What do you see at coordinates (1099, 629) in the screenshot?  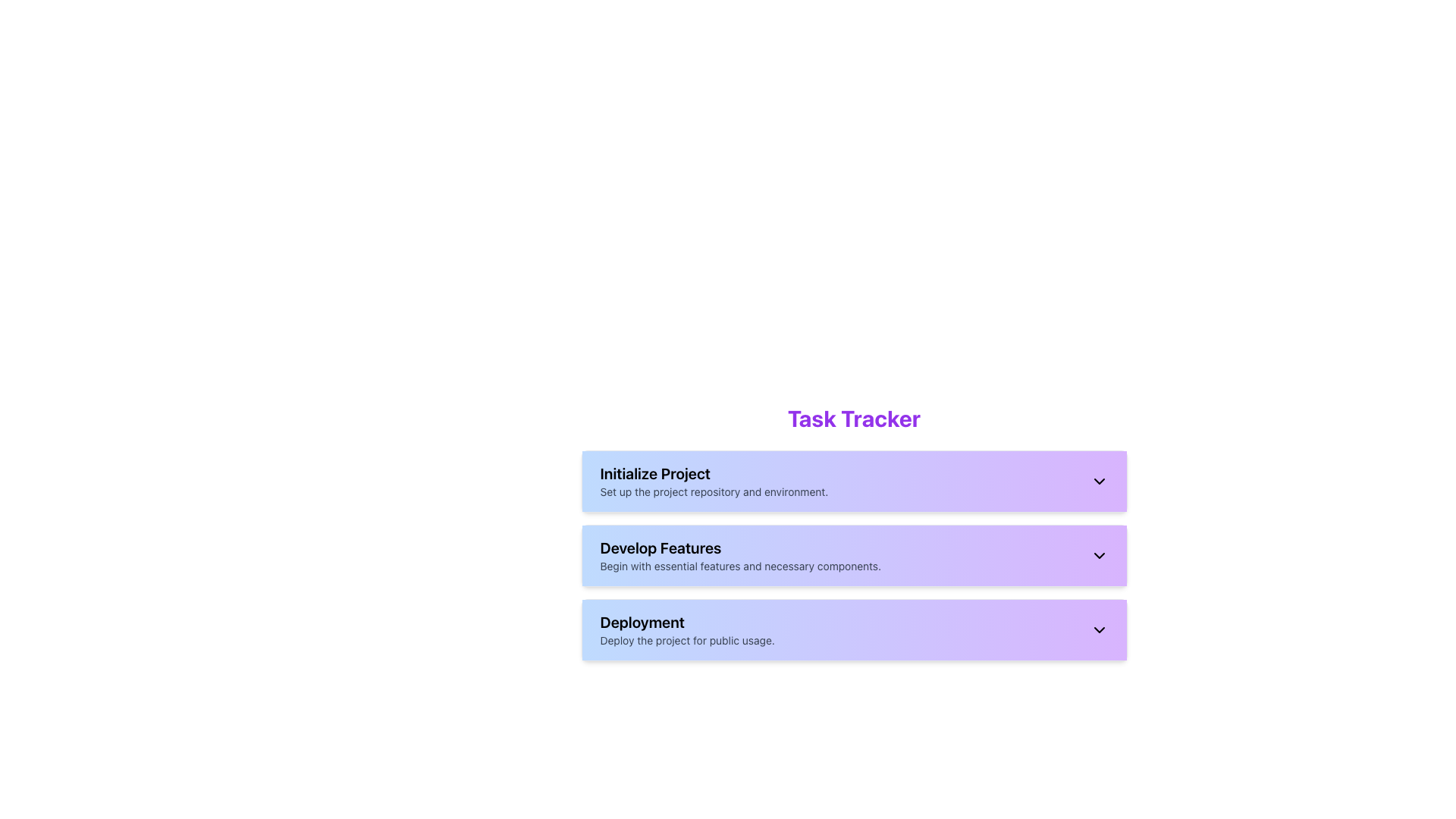 I see `the Chevron toggle indicator located in the 'Deployment' section` at bounding box center [1099, 629].